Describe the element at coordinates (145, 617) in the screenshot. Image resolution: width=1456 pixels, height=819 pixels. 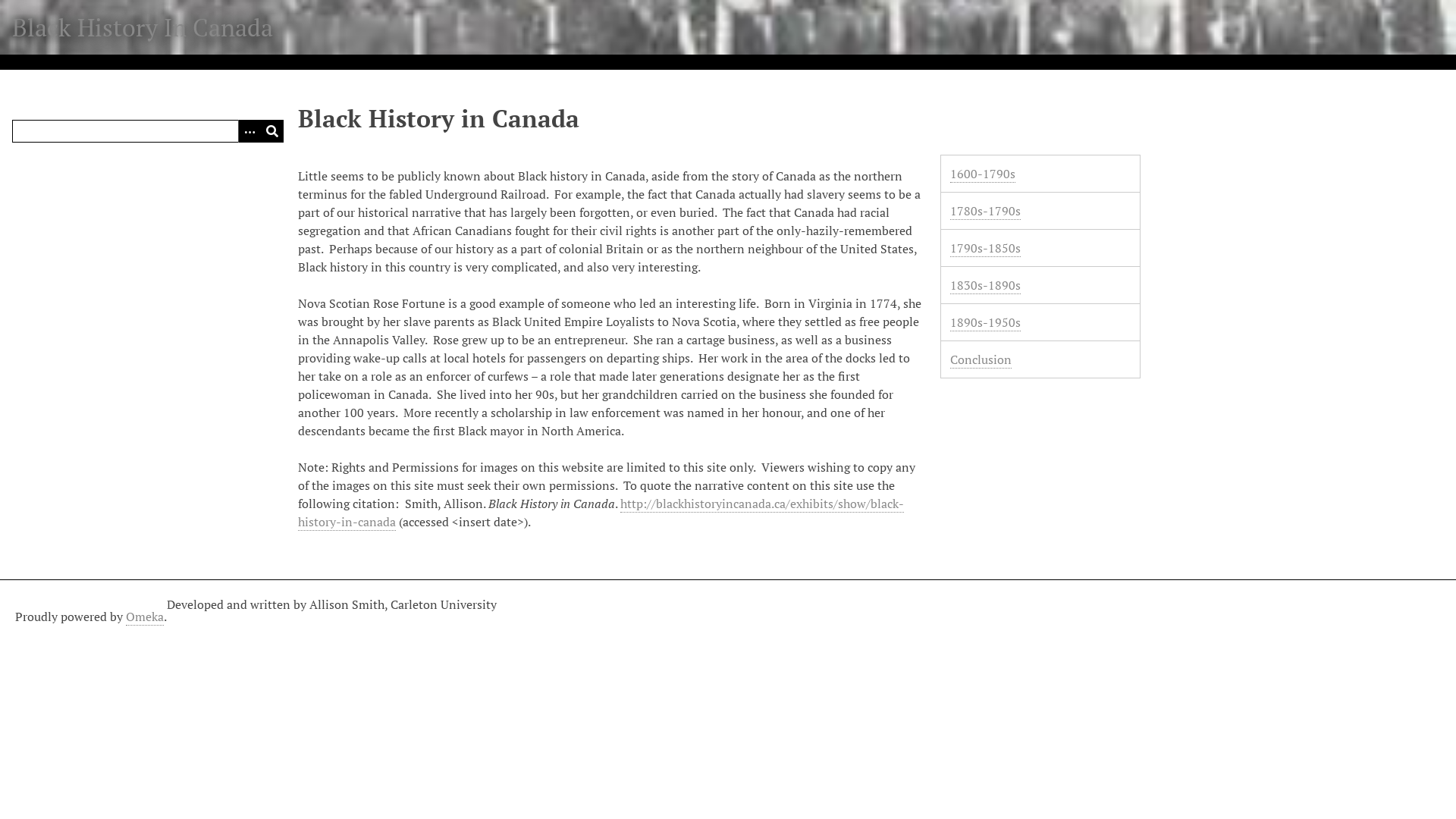
I see `'Omeka'` at that location.